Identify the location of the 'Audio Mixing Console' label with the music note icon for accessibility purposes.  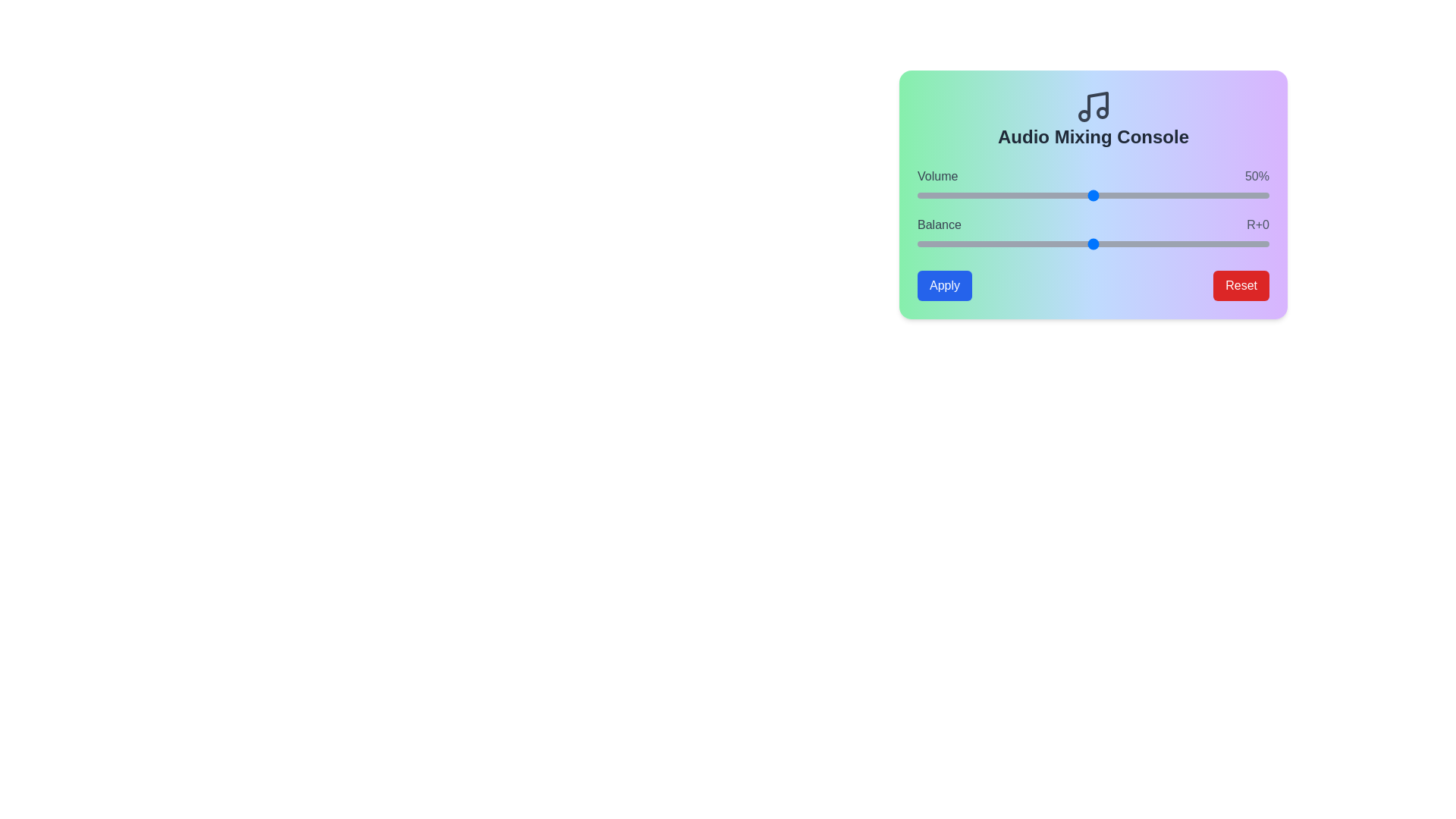
(1093, 118).